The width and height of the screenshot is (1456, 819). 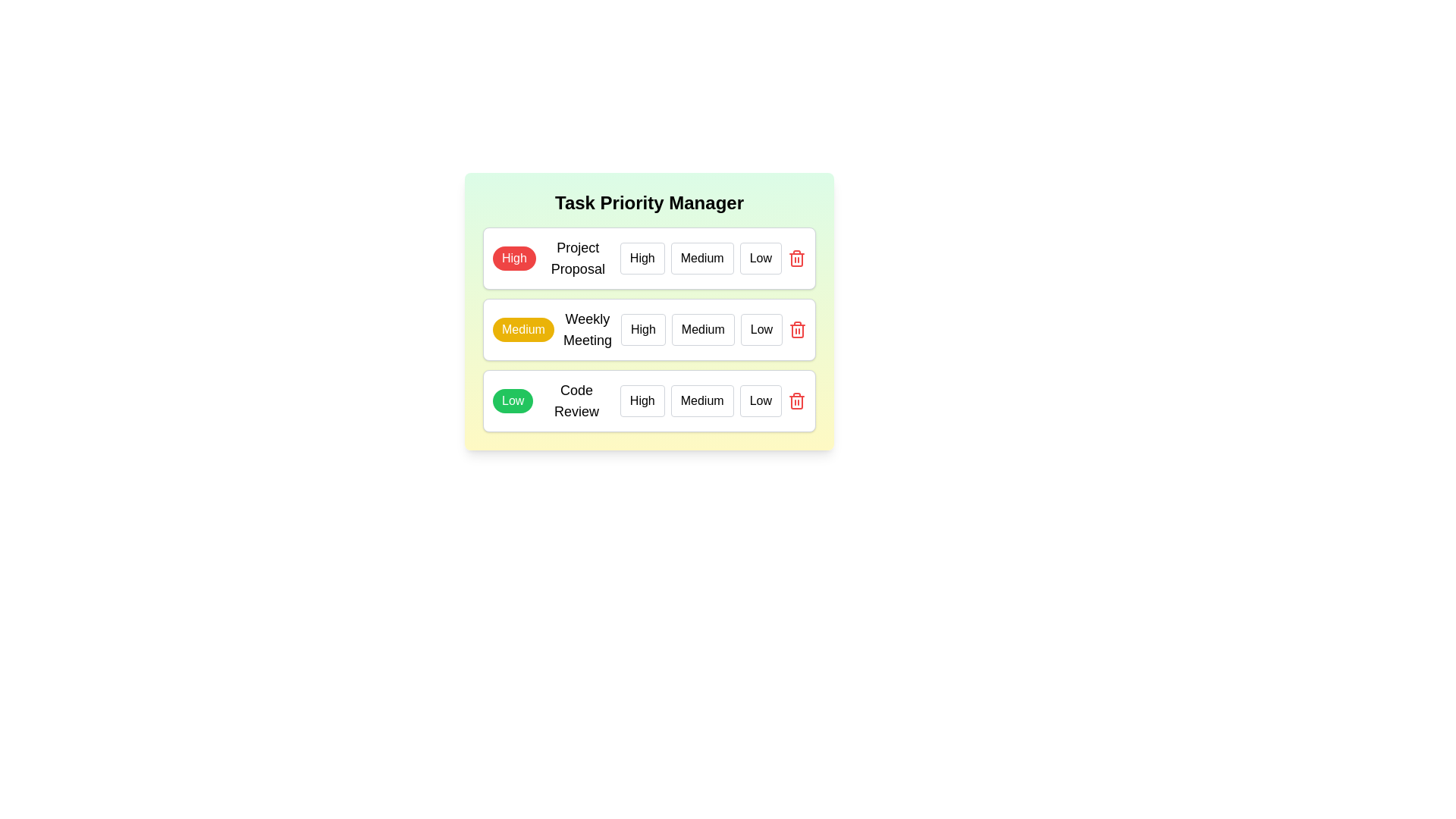 I want to click on the priority level Low for the task Code Review, so click(x=761, y=400).